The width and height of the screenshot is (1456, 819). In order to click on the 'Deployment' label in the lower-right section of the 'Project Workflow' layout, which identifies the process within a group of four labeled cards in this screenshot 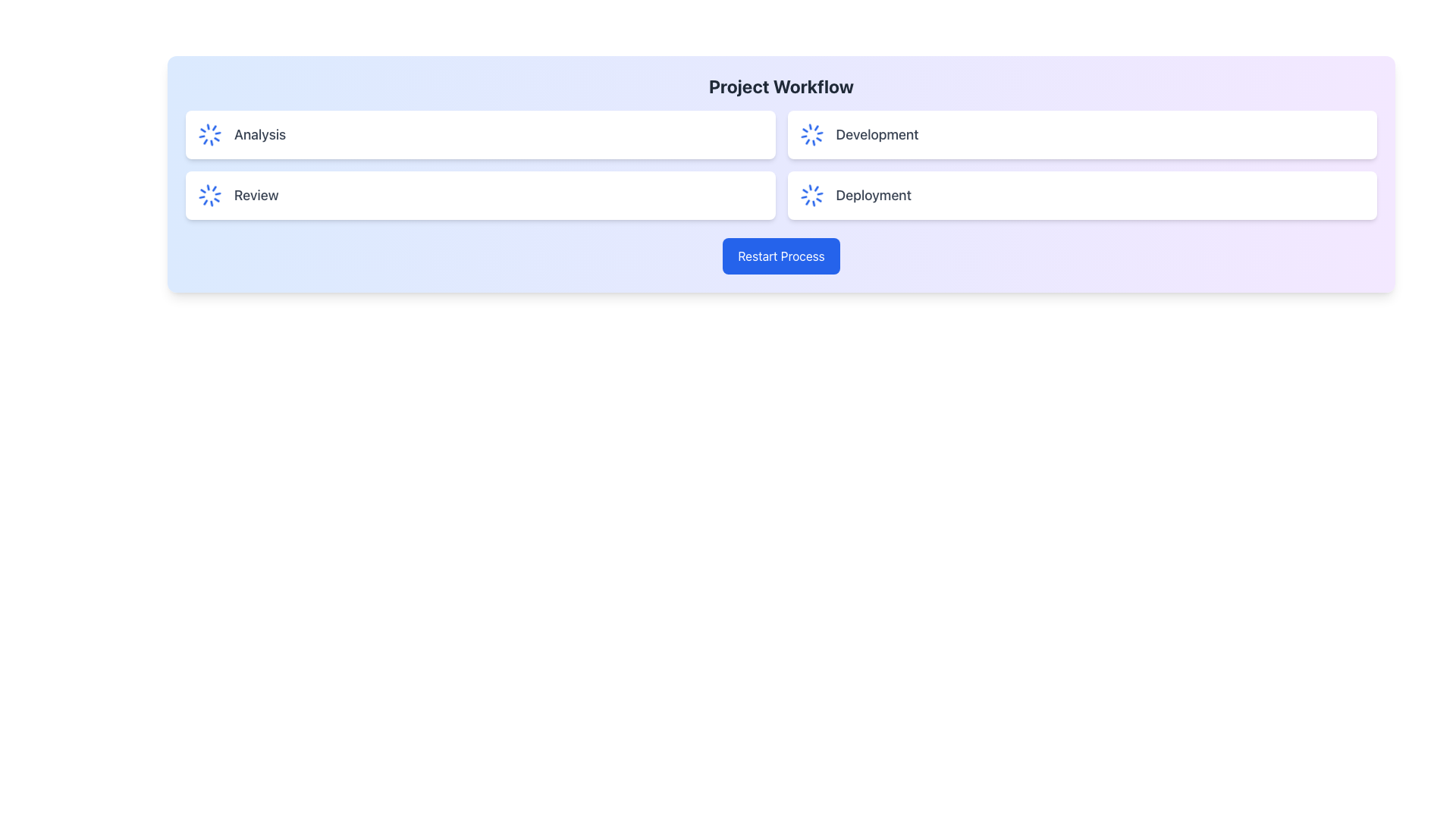, I will do `click(874, 195)`.